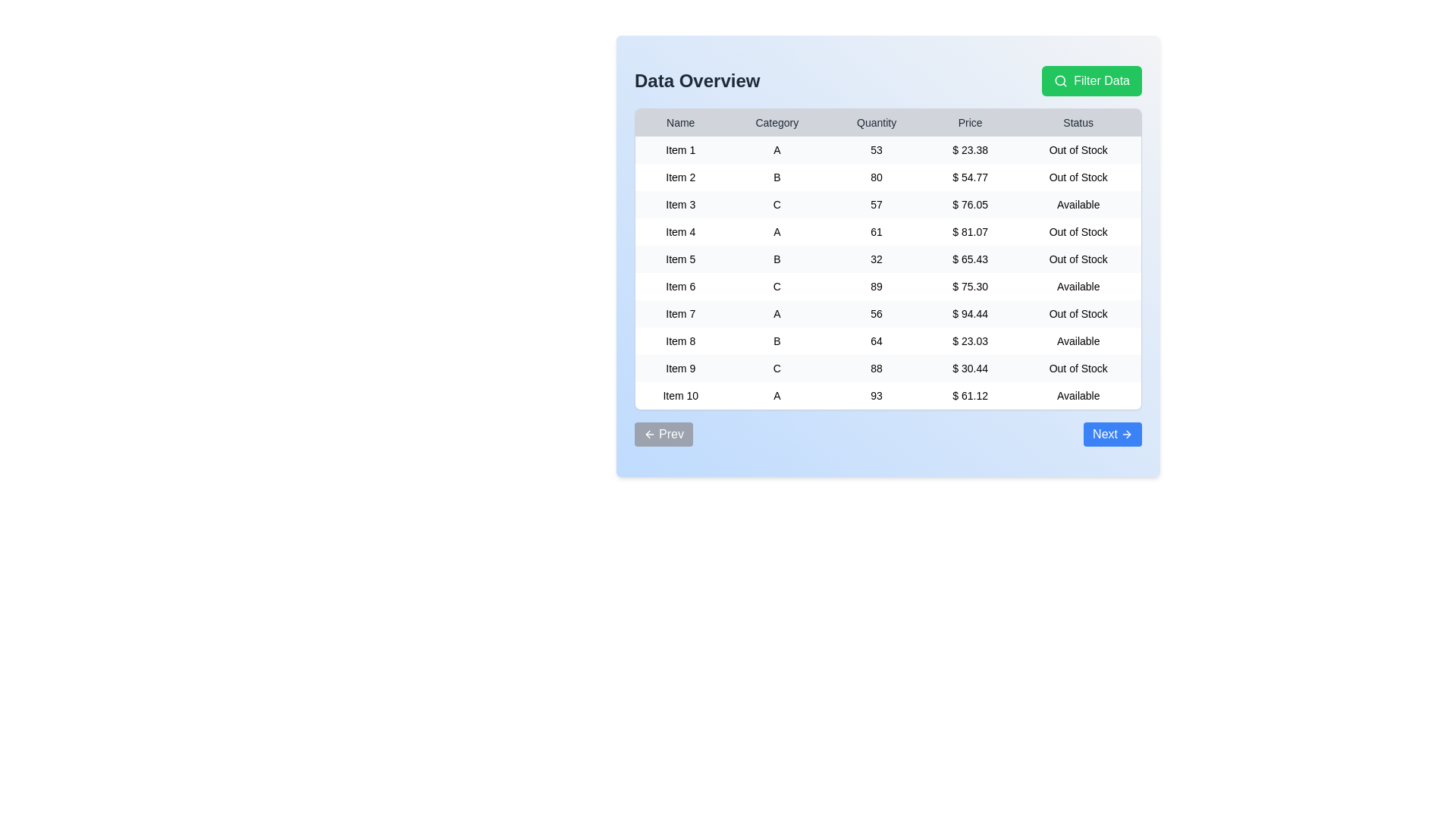  Describe the element at coordinates (679, 122) in the screenshot. I see `the table header Name to sort the table by that column` at that location.